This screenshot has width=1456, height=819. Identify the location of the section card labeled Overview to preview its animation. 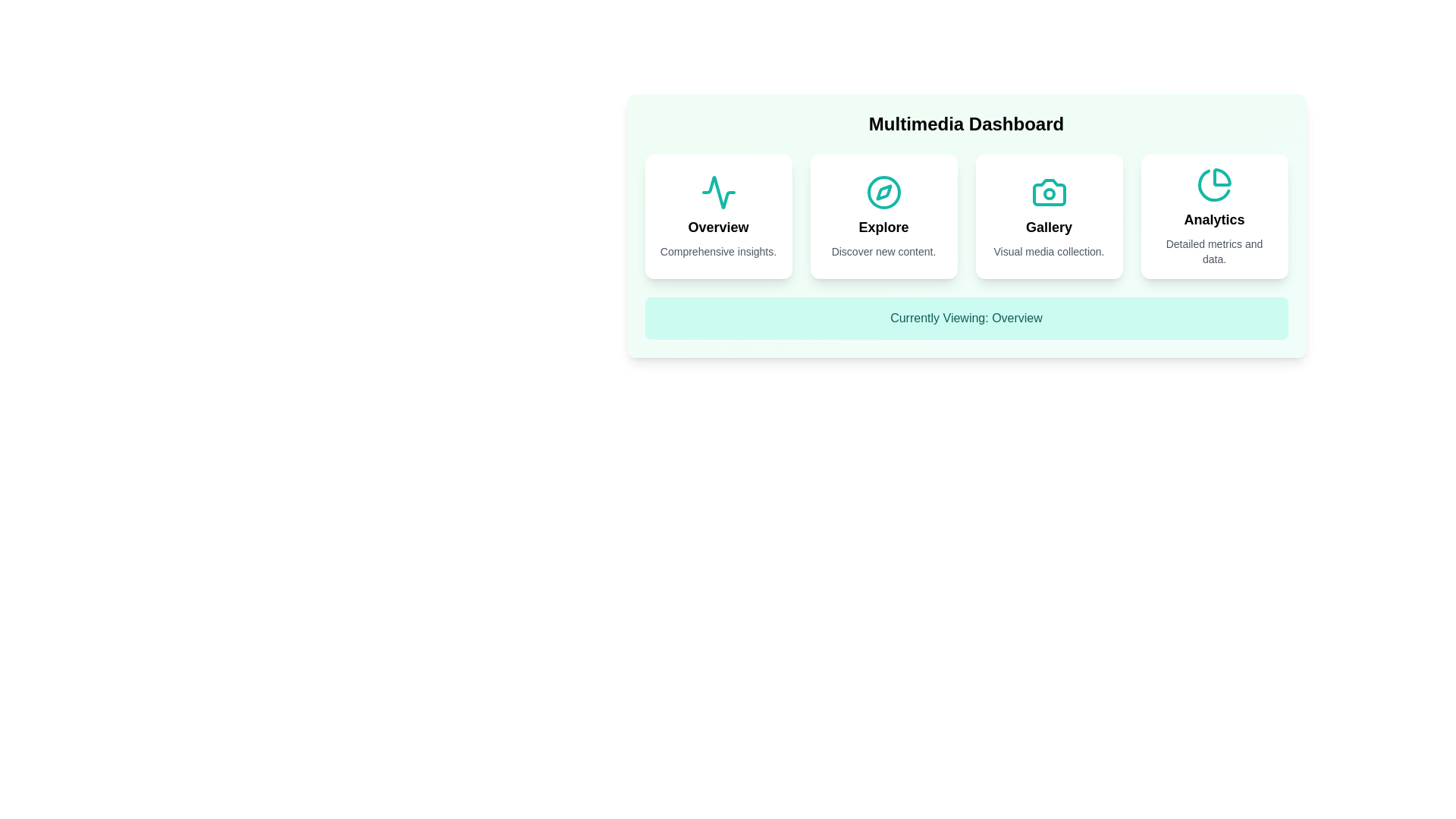
(717, 216).